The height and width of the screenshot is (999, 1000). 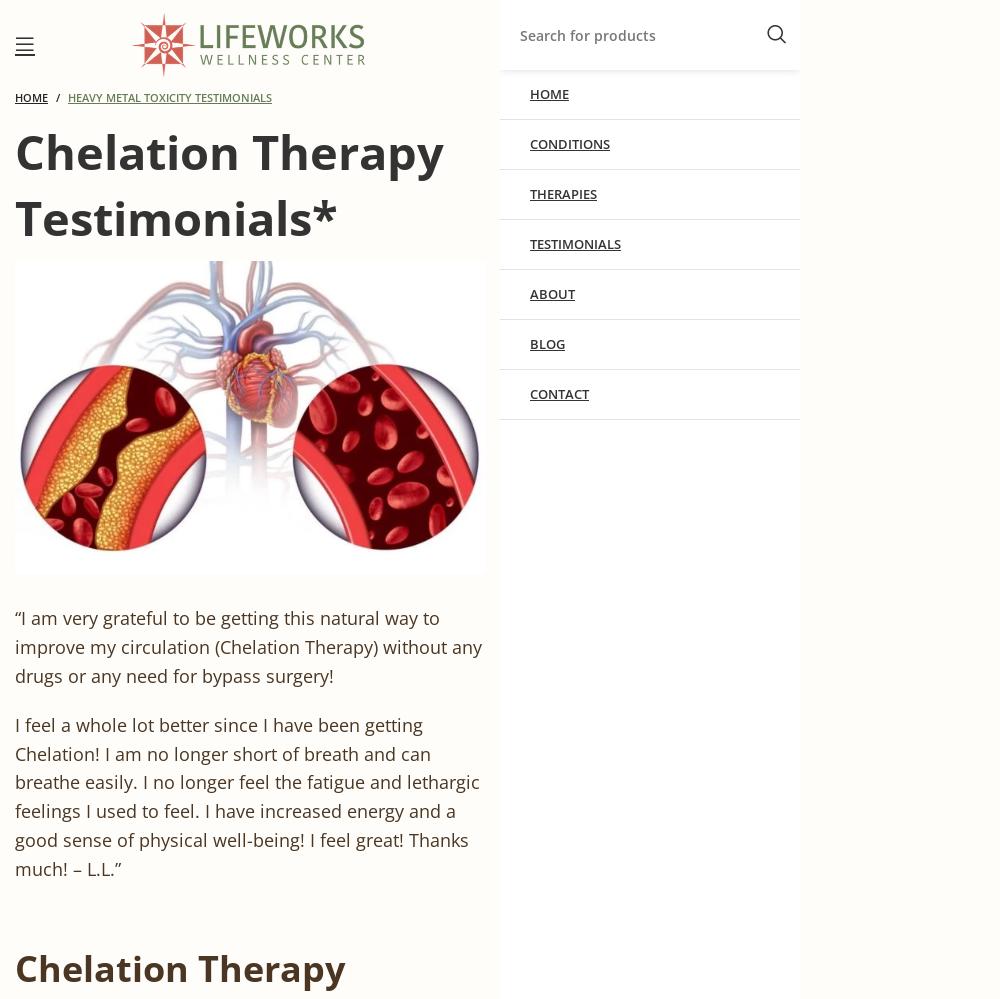 What do you see at coordinates (562, 192) in the screenshot?
I see `'Therapies'` at bounding box center [562, 192].